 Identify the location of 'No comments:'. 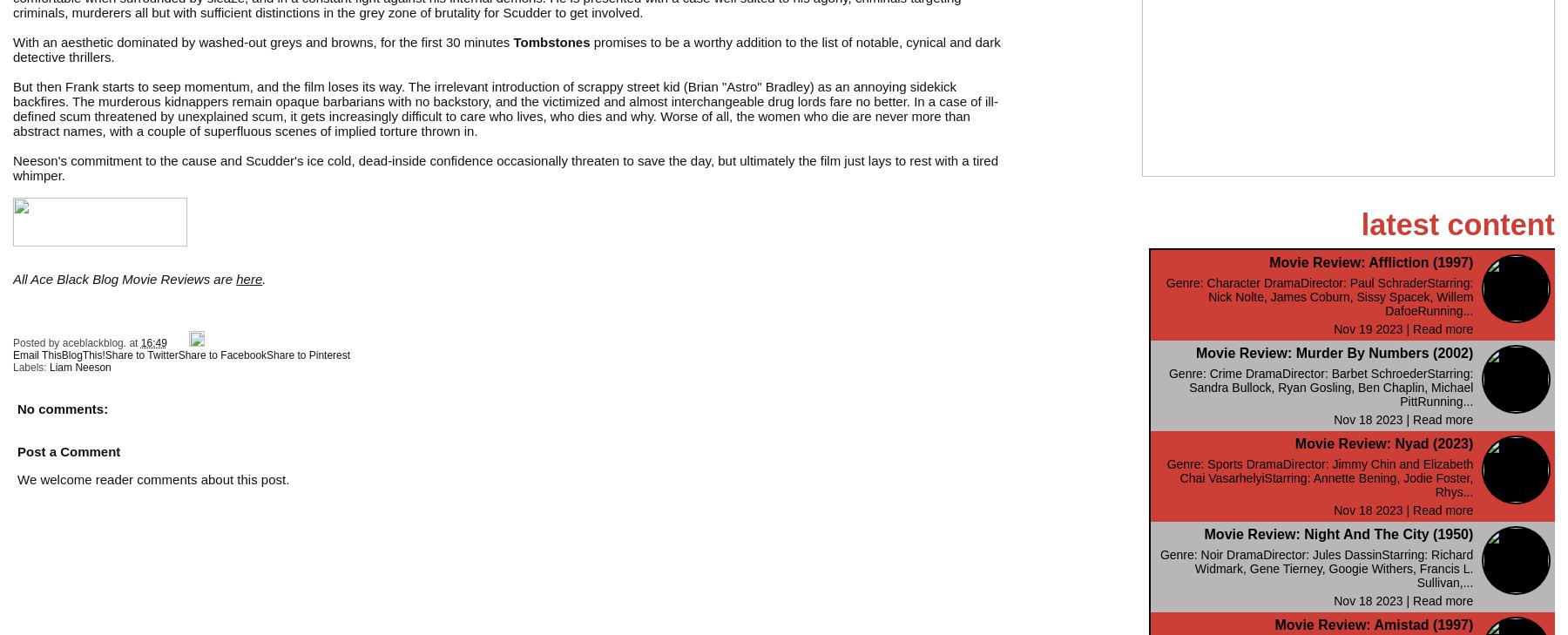
(62, 408).